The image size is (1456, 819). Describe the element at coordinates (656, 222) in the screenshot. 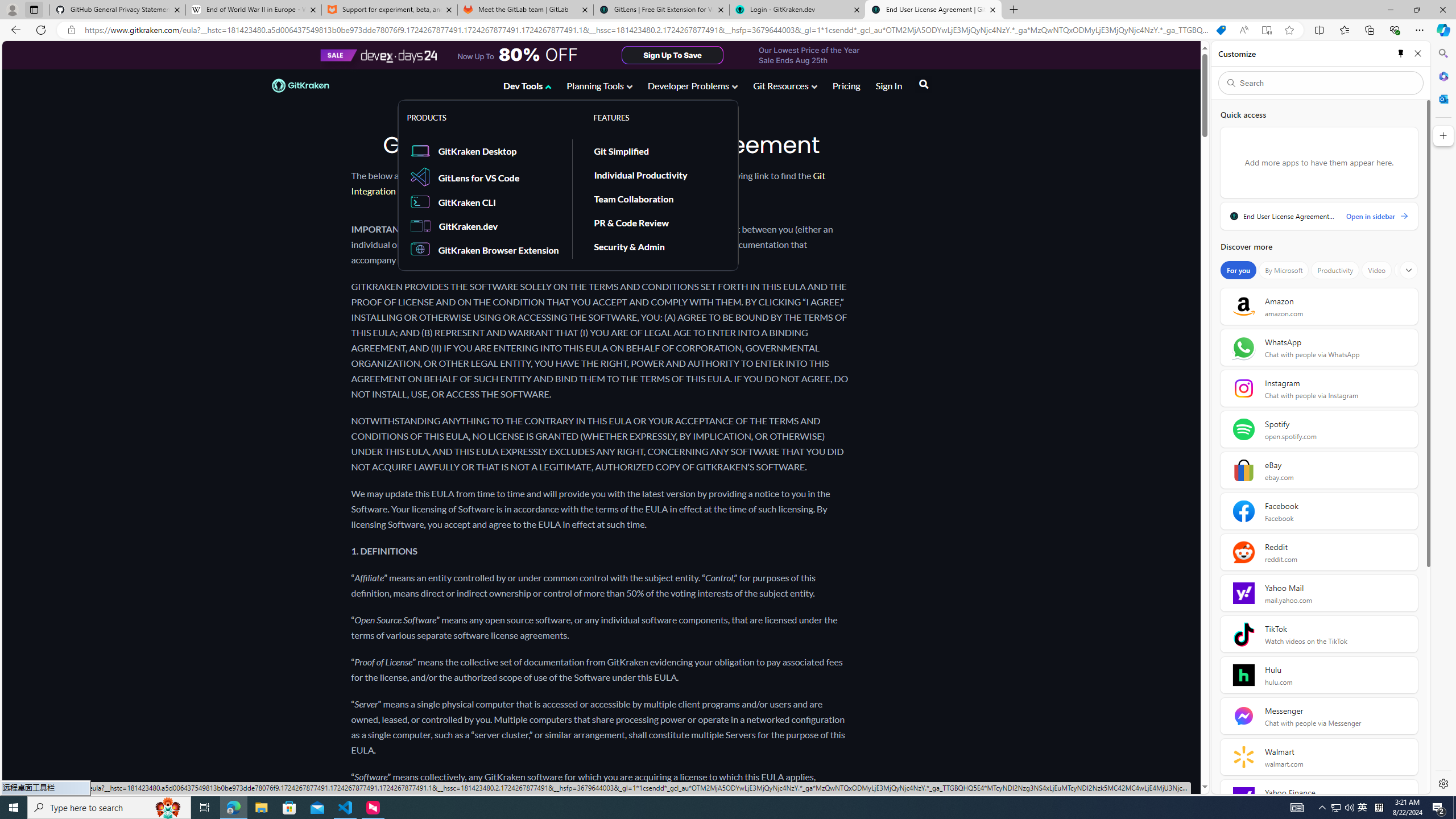

I see `'PR & Code Review'` at that location.